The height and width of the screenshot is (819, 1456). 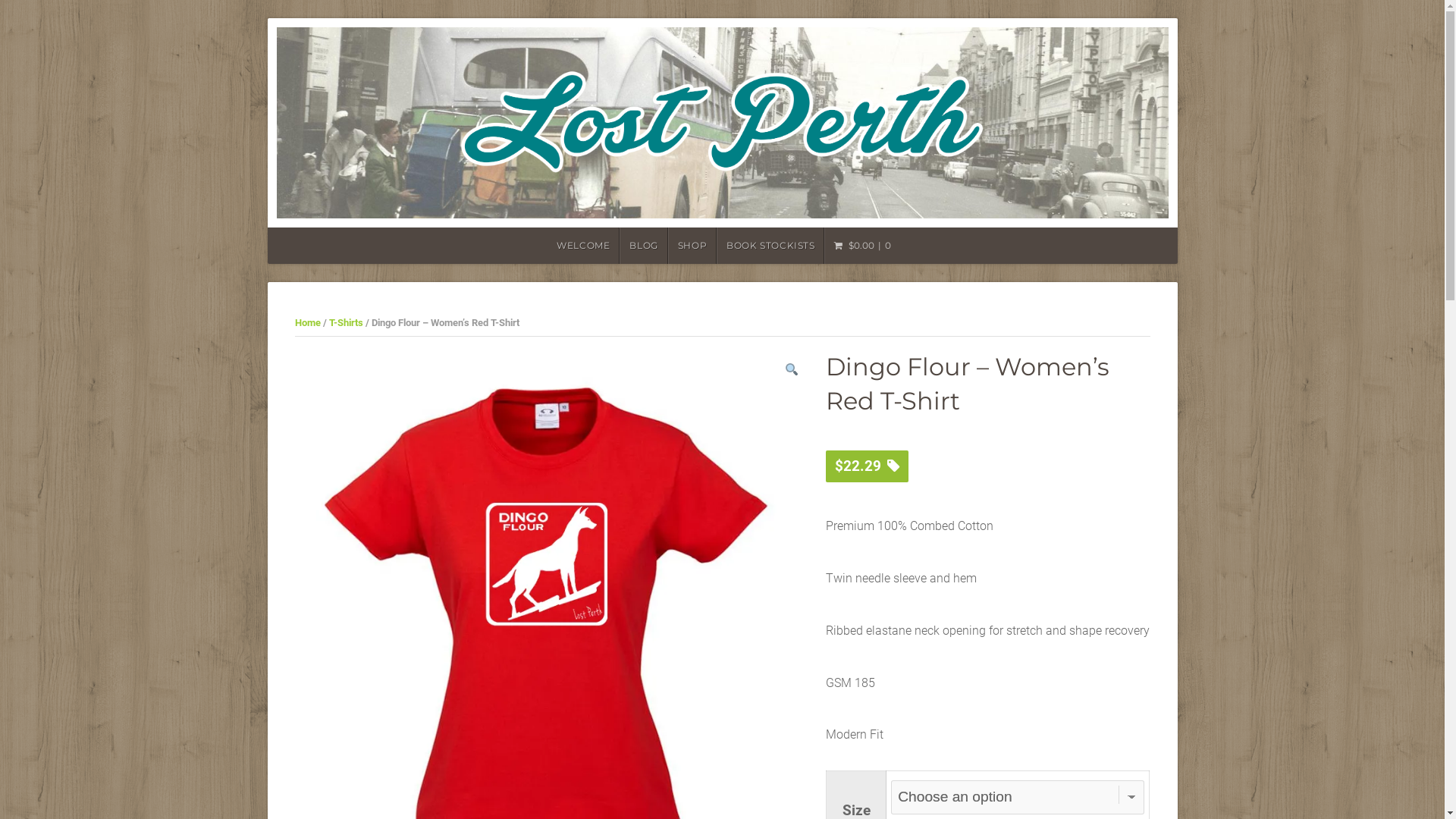 What do you see at coordinates (643, 245) in the screenshot?
I see `'BLOG'` at bounding box center [643, 245].